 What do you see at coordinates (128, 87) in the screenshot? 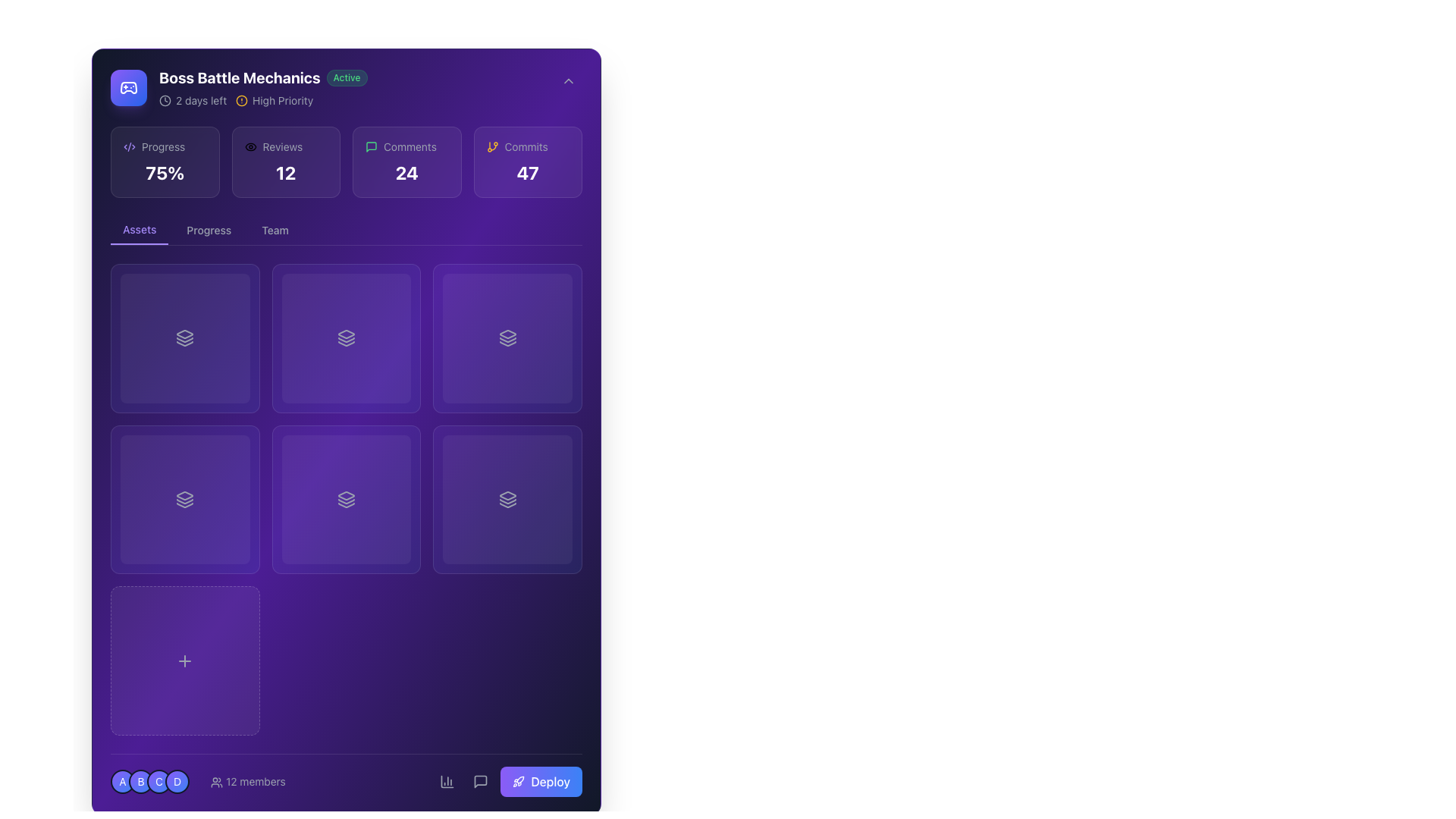
I see `the Gamepad icon located in the top-left section of the interface, next to the project title 'Boss Battle Mechanics' to interact with its functionality` at bounding box center [128, 87].